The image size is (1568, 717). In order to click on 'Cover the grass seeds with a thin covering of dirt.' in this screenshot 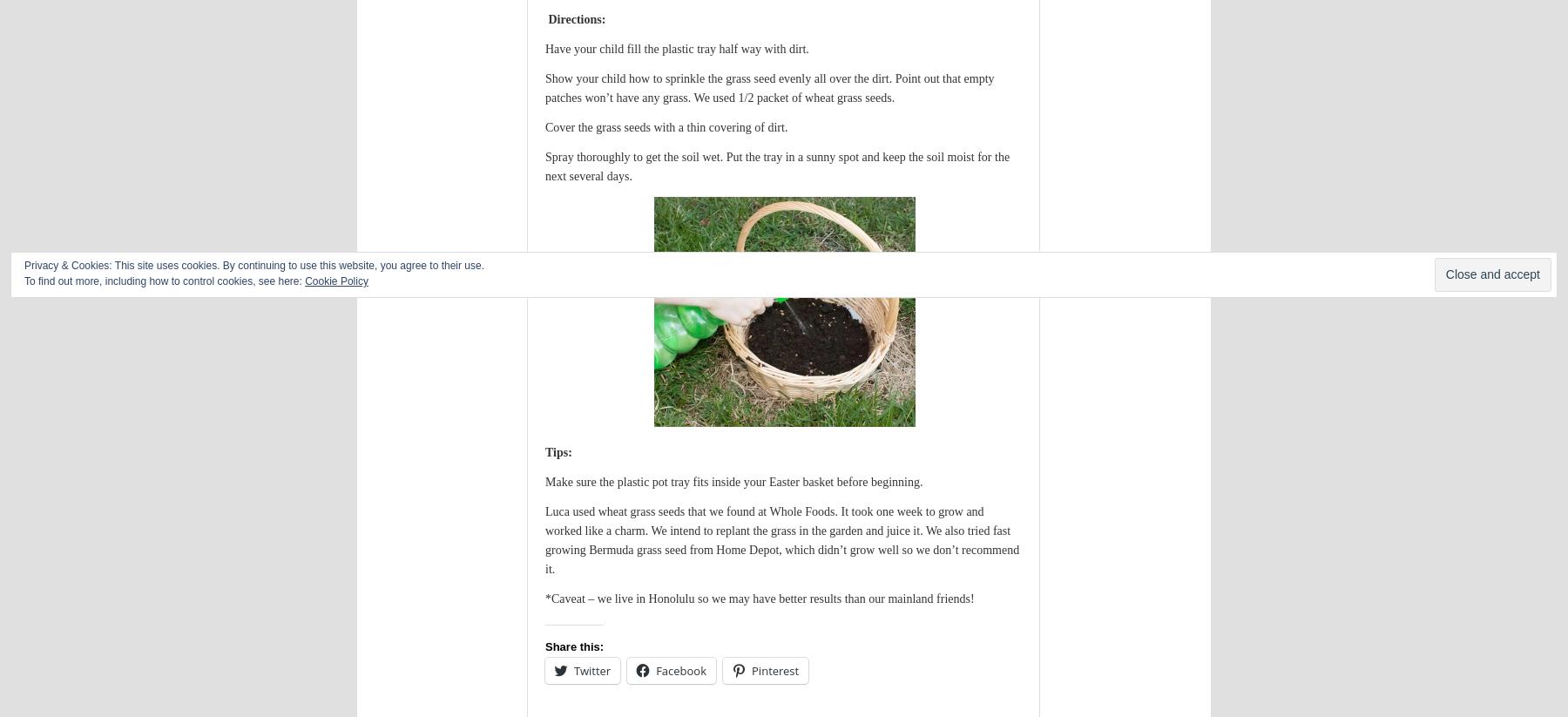, I will do `click(545, 127)`.